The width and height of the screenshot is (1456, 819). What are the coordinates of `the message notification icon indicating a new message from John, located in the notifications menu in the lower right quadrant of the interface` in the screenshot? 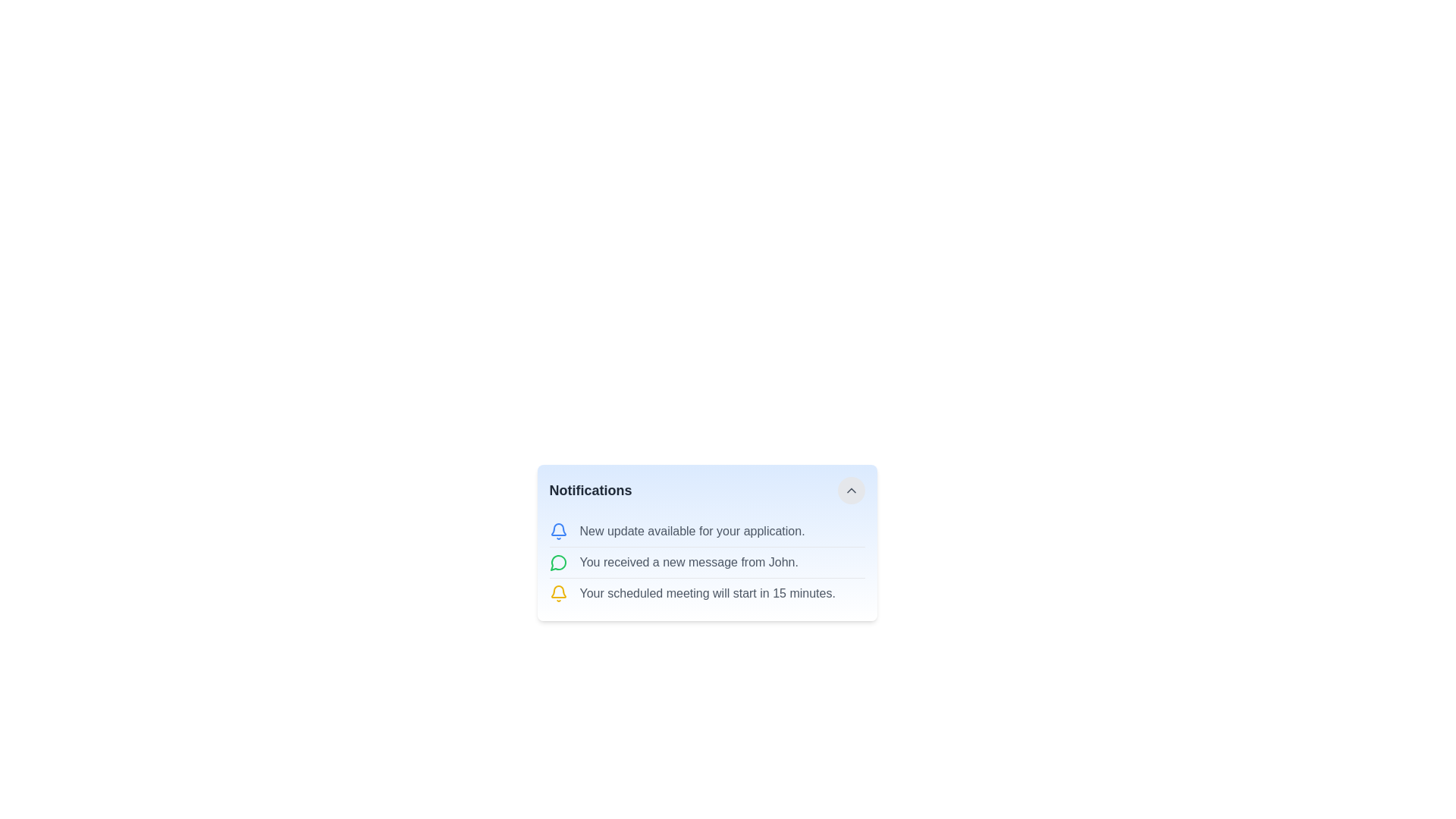 It's located at (557, 562).